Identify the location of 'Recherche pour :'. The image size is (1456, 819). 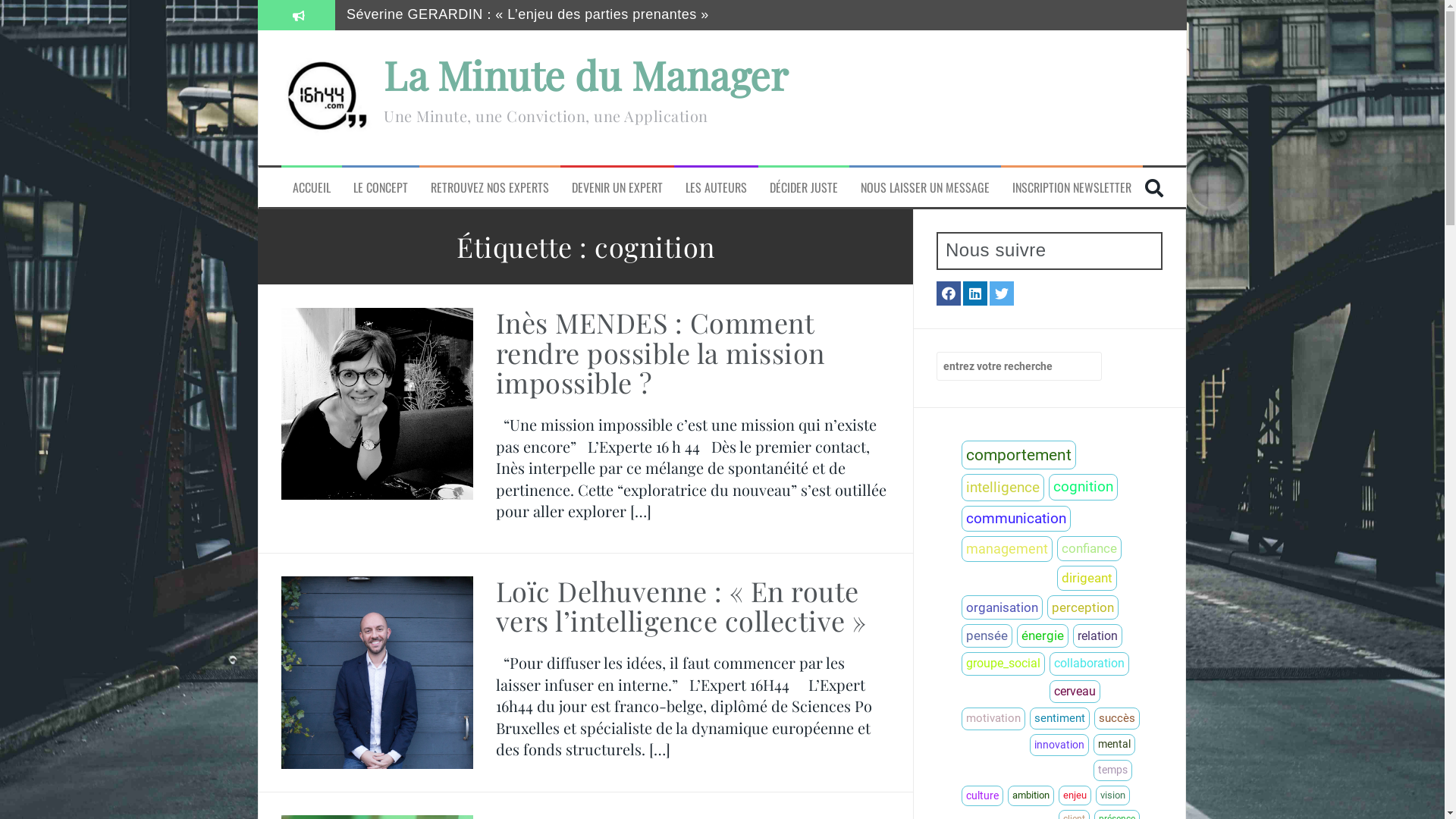
(1019, 366).